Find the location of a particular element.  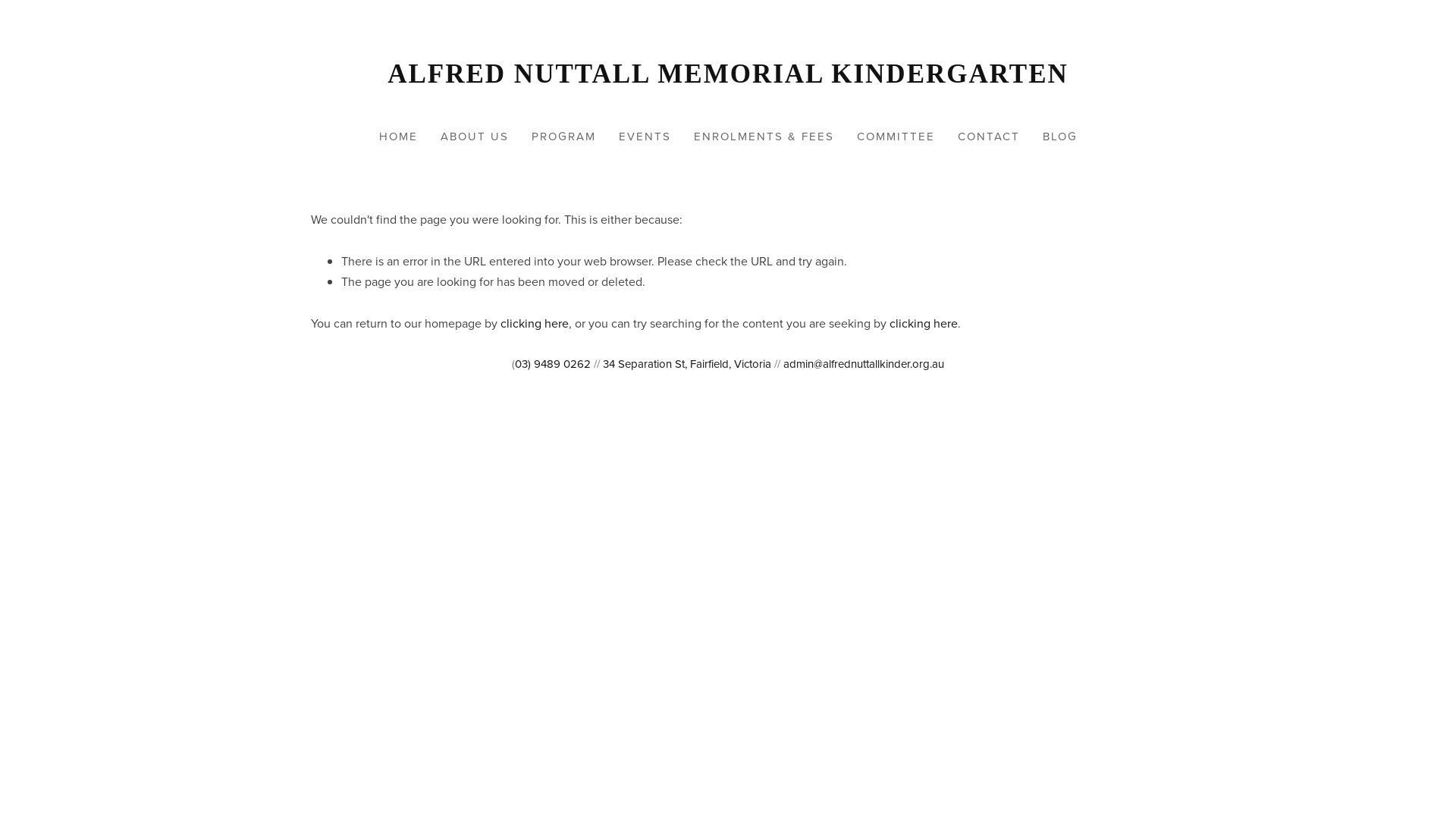

'COMMITTEE' is located at coordinates (896, 136).